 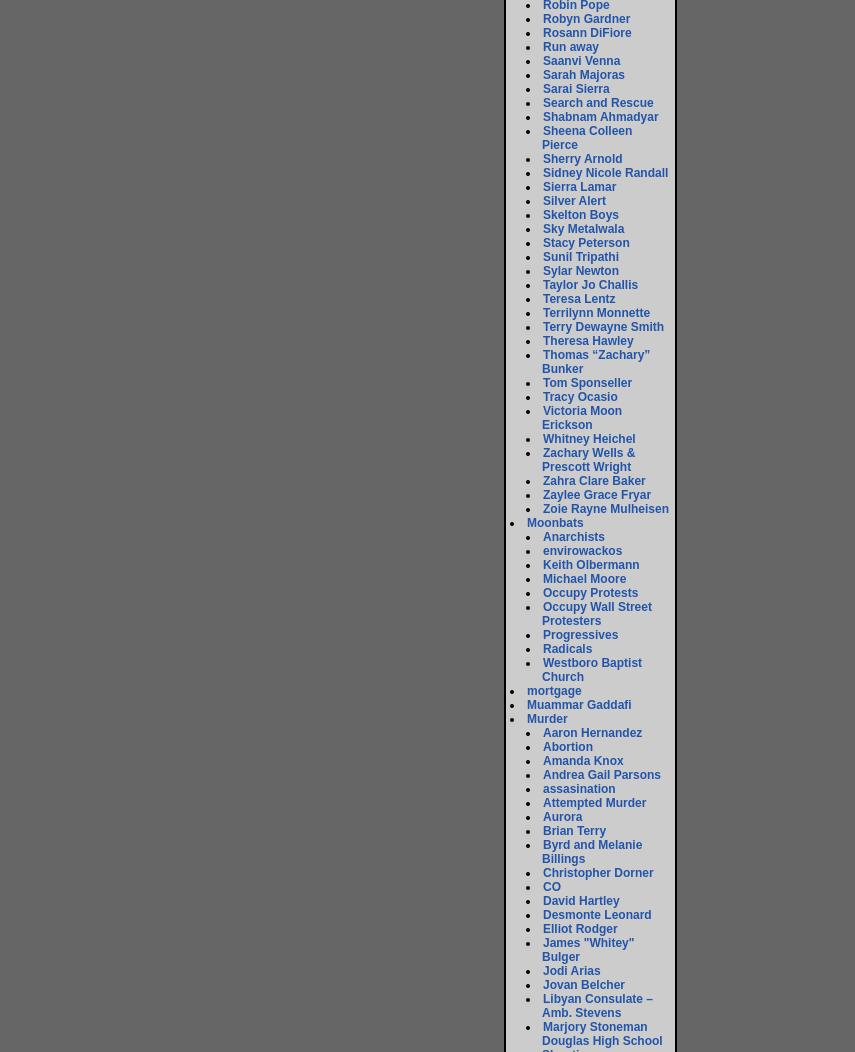 What do you see at coordinates (543, 789) in the screenshot?
I see `'assasination'` at bounding box center [543, 789].